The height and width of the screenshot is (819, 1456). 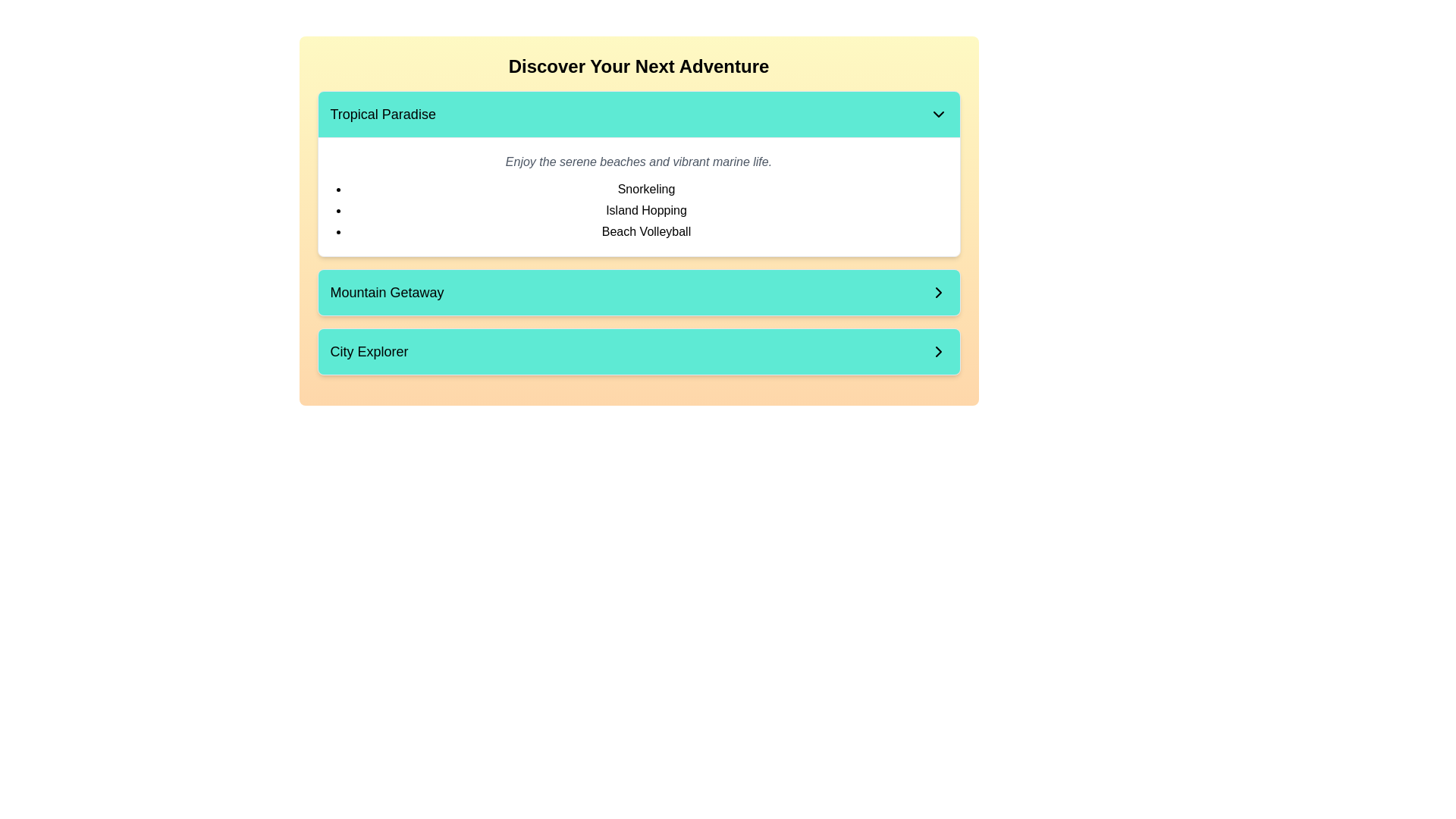 I want to click on the 'City Explorer' button, which is a wide rectangular button with a teal background located at the bottom of the list under 'Discover Your Next Adventure', so click(x=639, y=351).